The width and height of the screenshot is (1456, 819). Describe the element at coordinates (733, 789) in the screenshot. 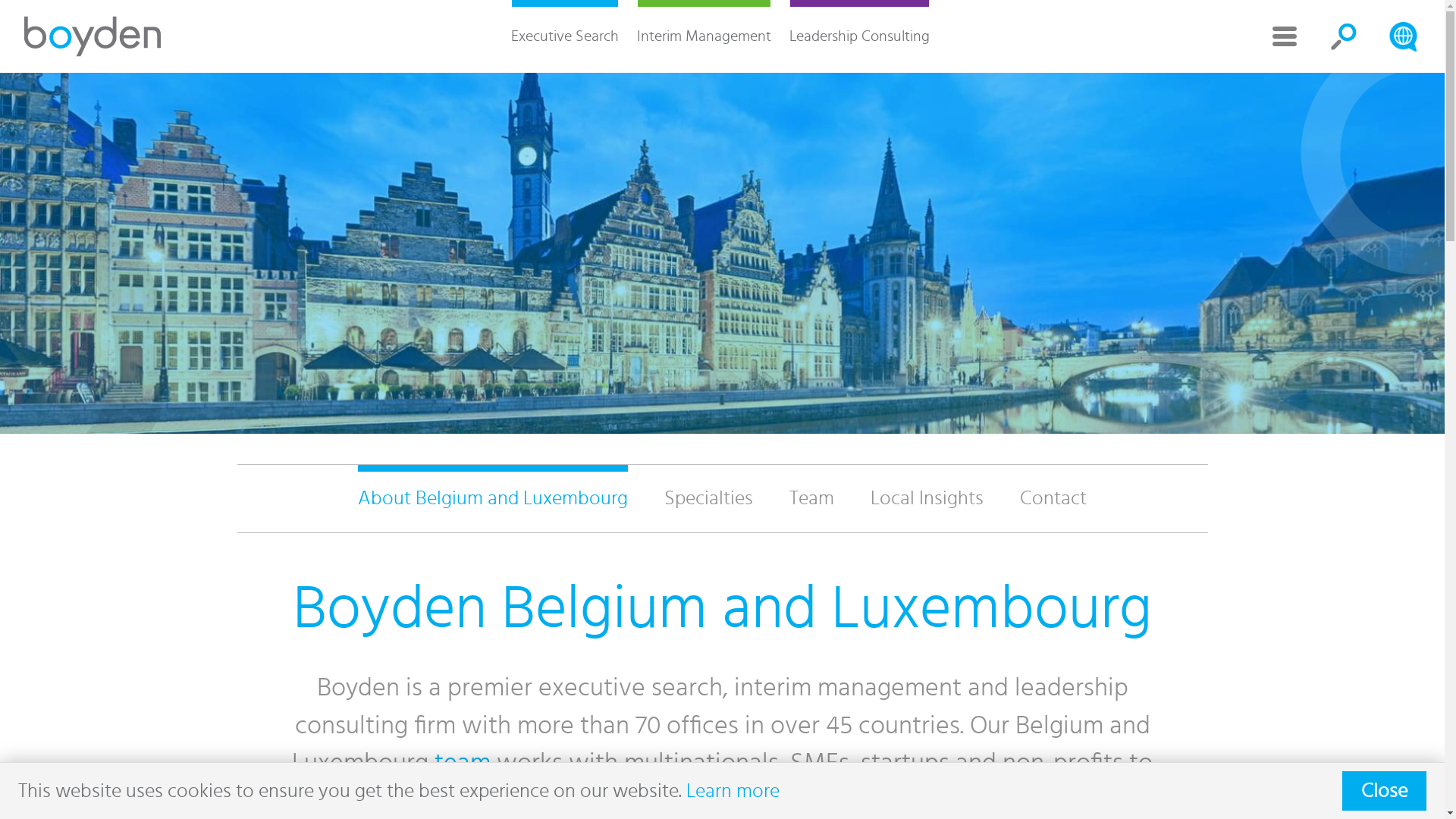

I see `'Learn more'` at that location.